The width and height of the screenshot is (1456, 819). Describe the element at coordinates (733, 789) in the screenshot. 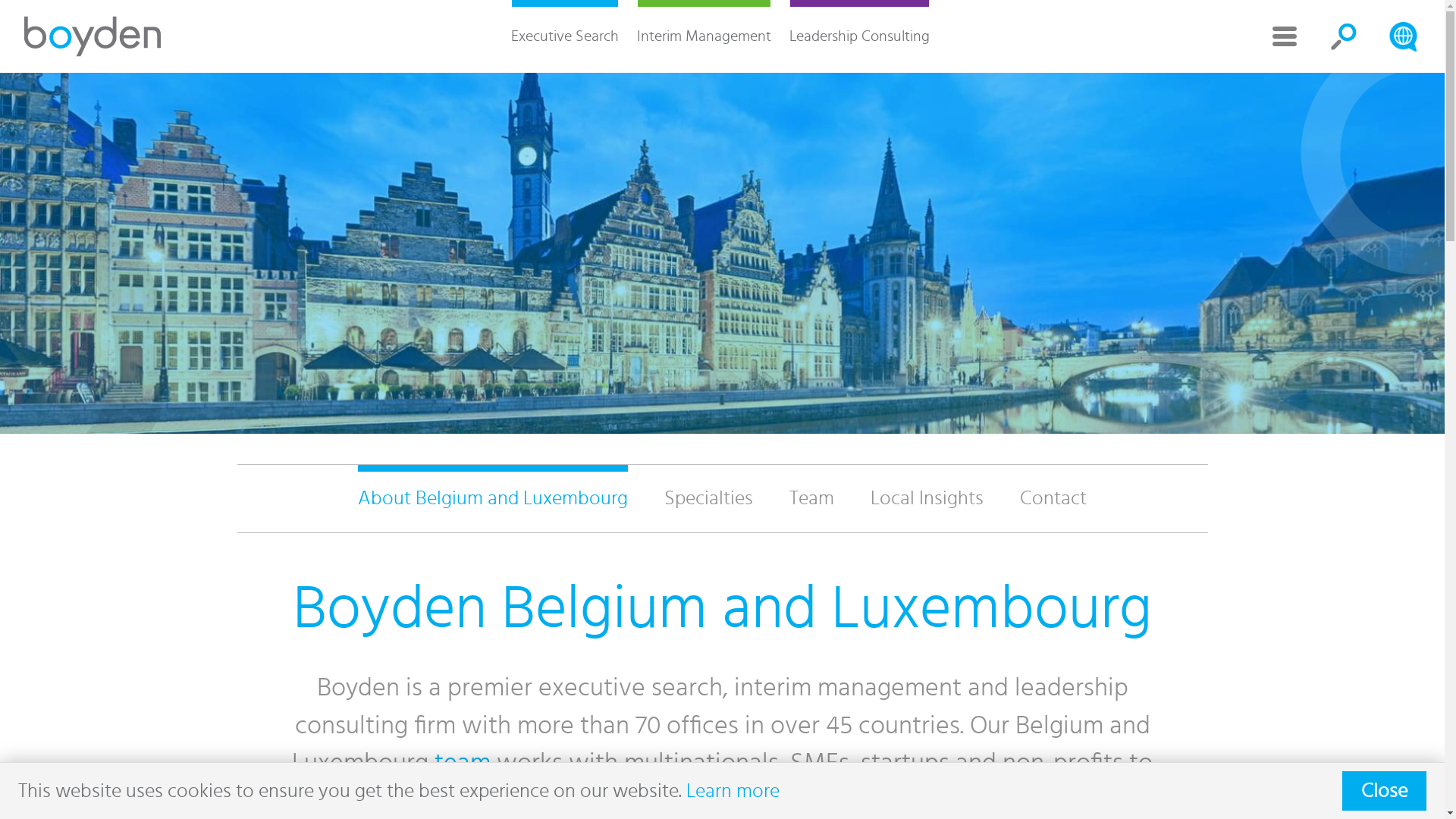

I see `'Learn more'` at that location.